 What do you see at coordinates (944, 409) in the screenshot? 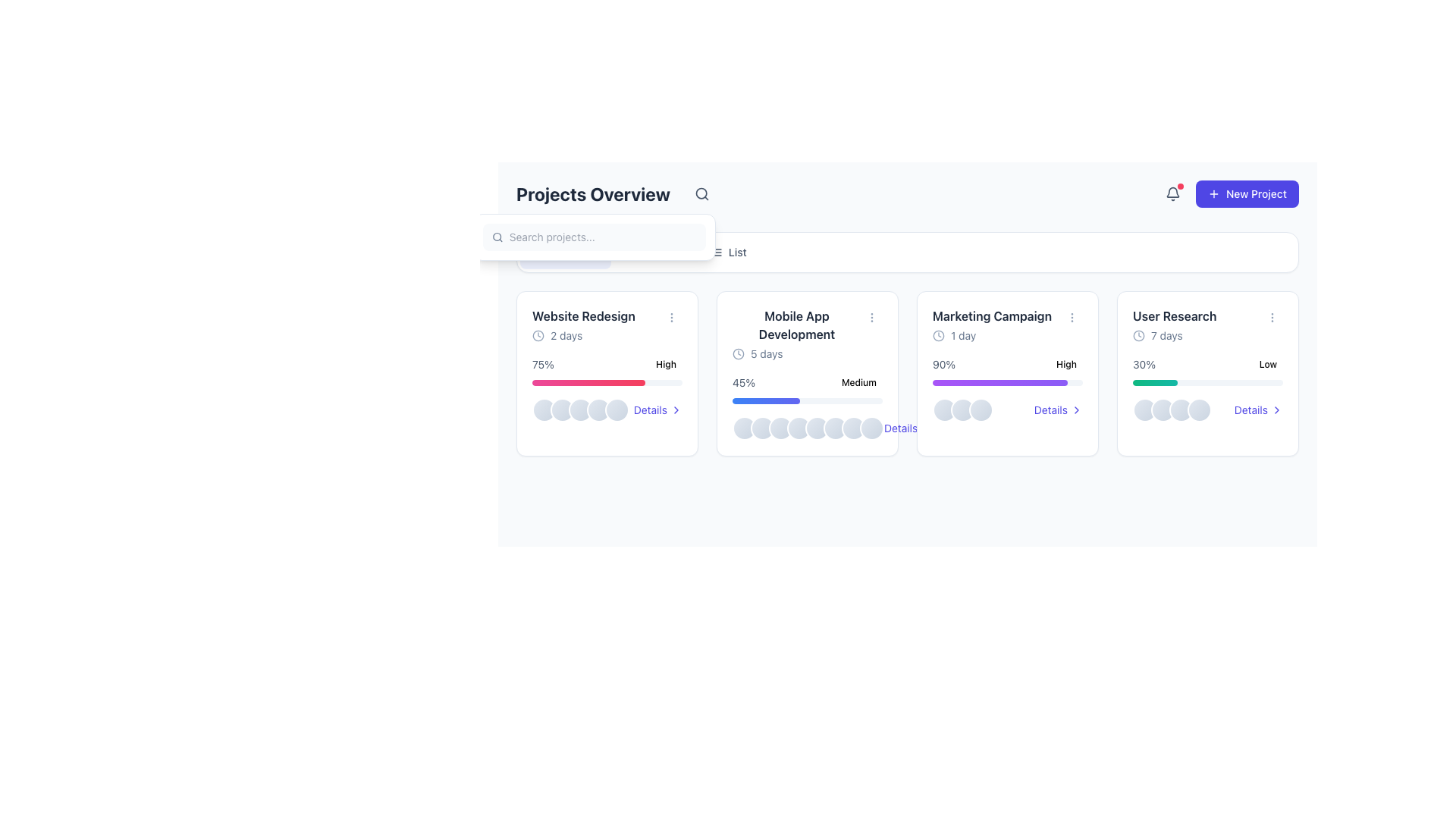
I see `the leftmost circular decorative UI component, which serves as an avatar placeholder within a horizontal group of three, located at the bottom center of the 'Marketing Campaign' card` at bounding box center [944, 409].